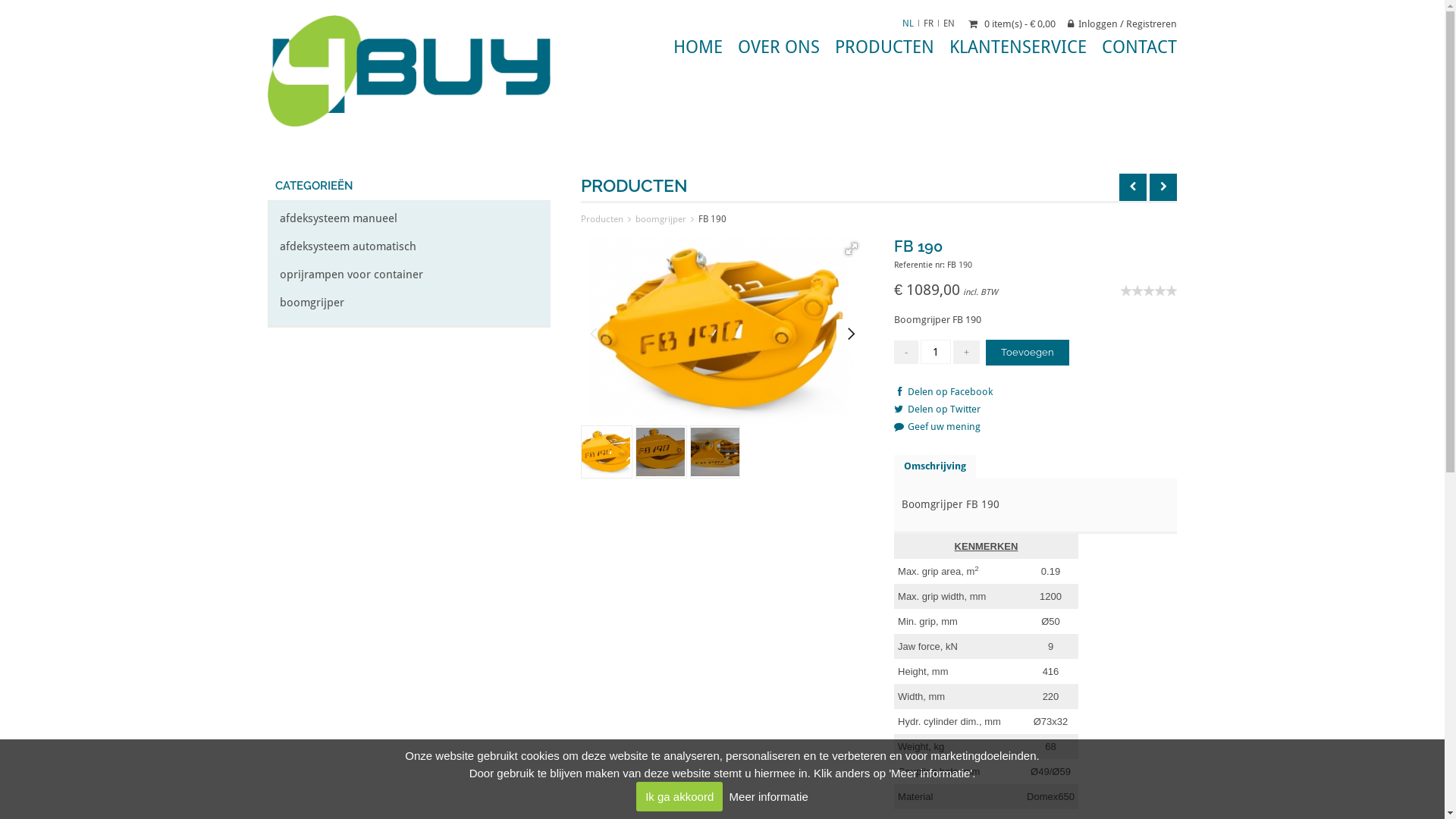 The height and width of the screenshot is (819, 1456). Describe the element at coordinates (937, 426) in the screenshot. I see `'Geef uw mening'` at that location.